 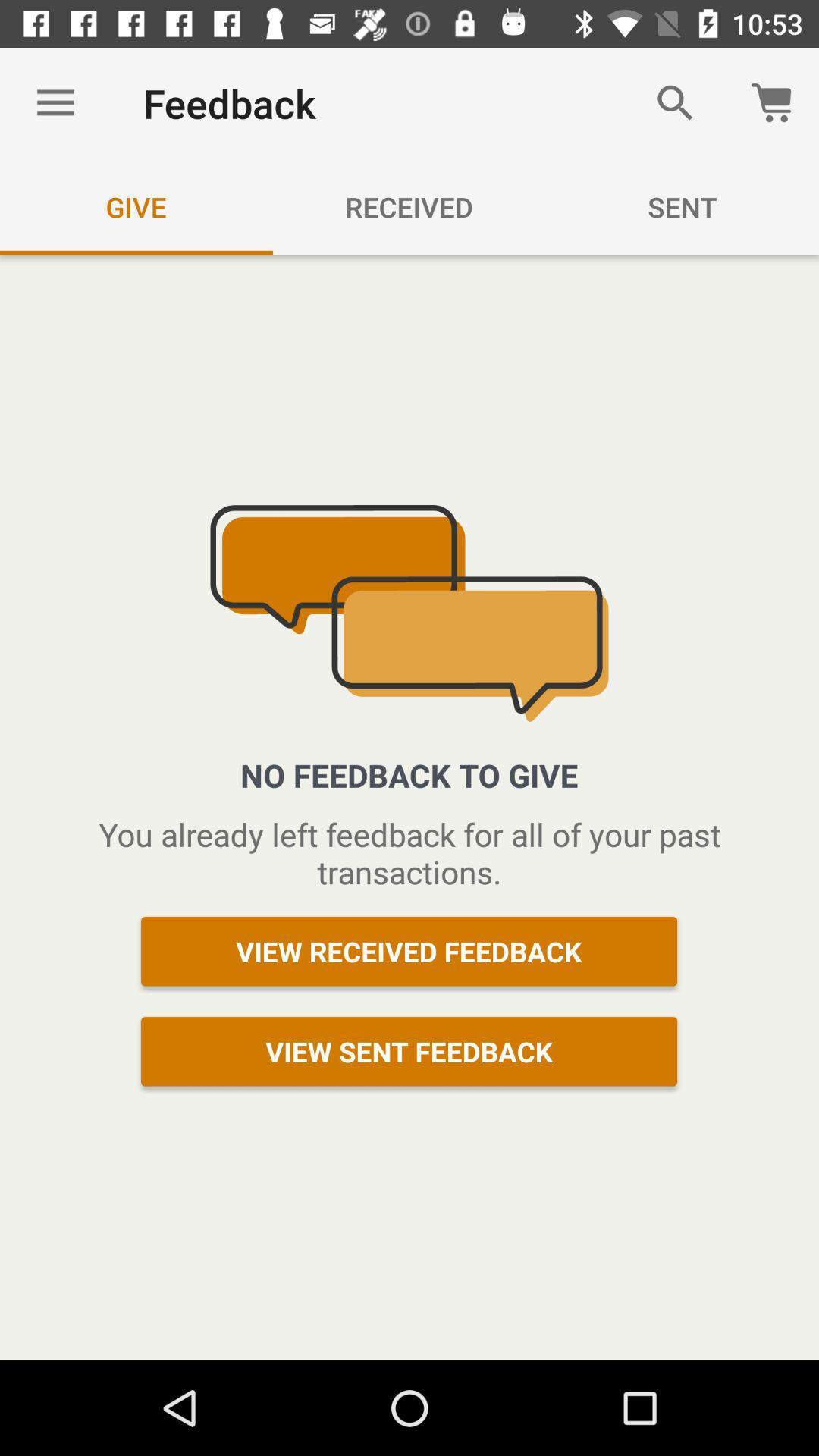 I want to click on icon above give, so click(x=55, y=102).